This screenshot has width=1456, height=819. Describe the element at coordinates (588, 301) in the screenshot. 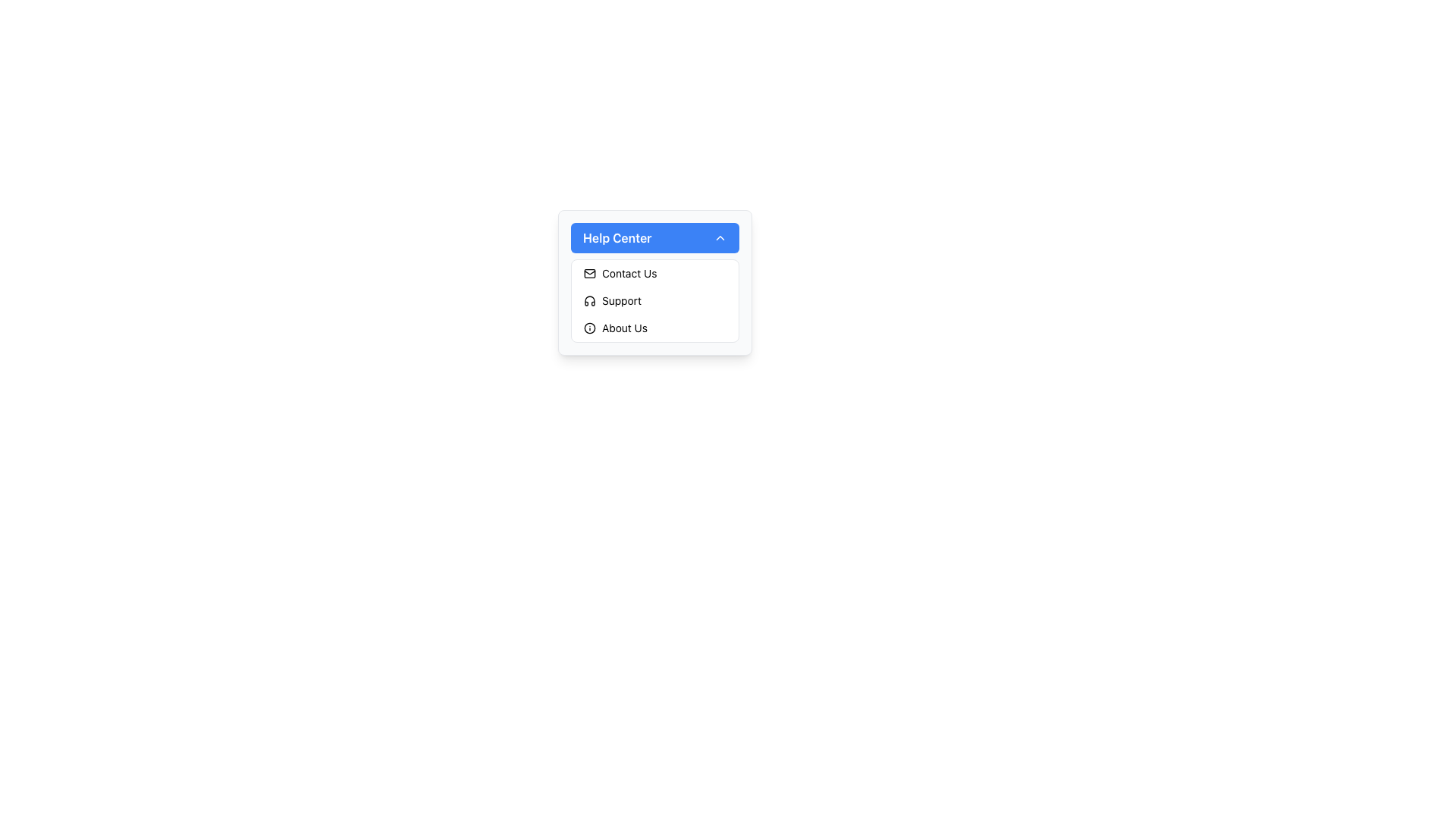

I see `the decorative icon representing the 'Support' option in the 'Help Center' dropdown menu to assist users in identifying its purpose` at that location.